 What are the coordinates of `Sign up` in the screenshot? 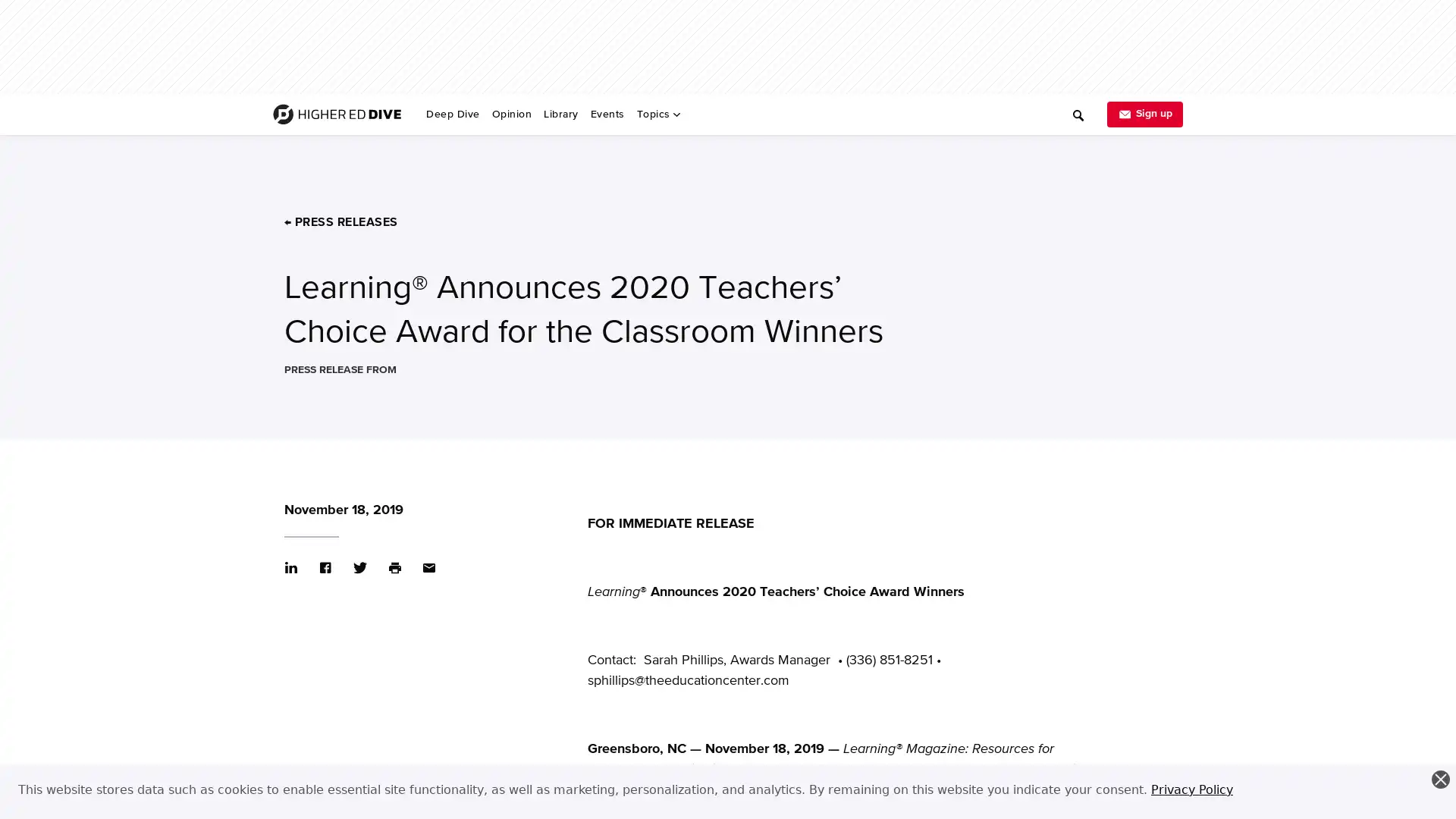 It's located at (1145, 113).